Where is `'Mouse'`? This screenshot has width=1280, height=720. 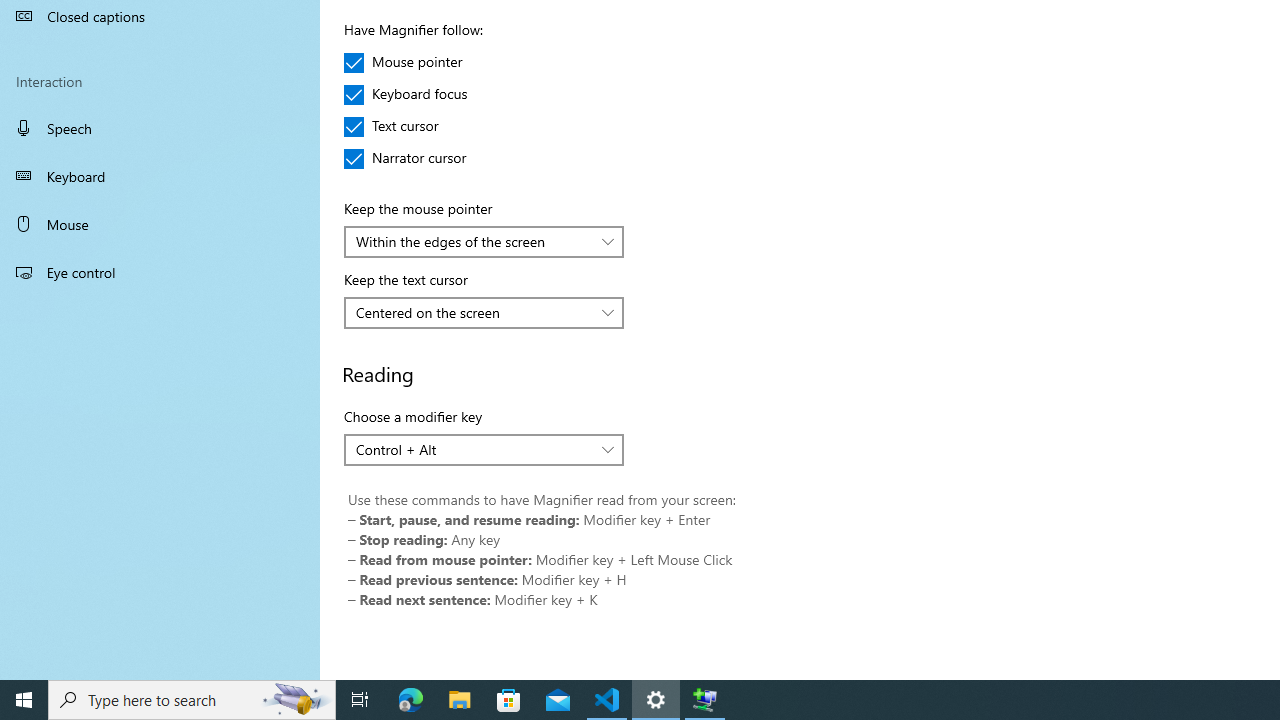
'Mouse' is located at coordinates (160, 223).